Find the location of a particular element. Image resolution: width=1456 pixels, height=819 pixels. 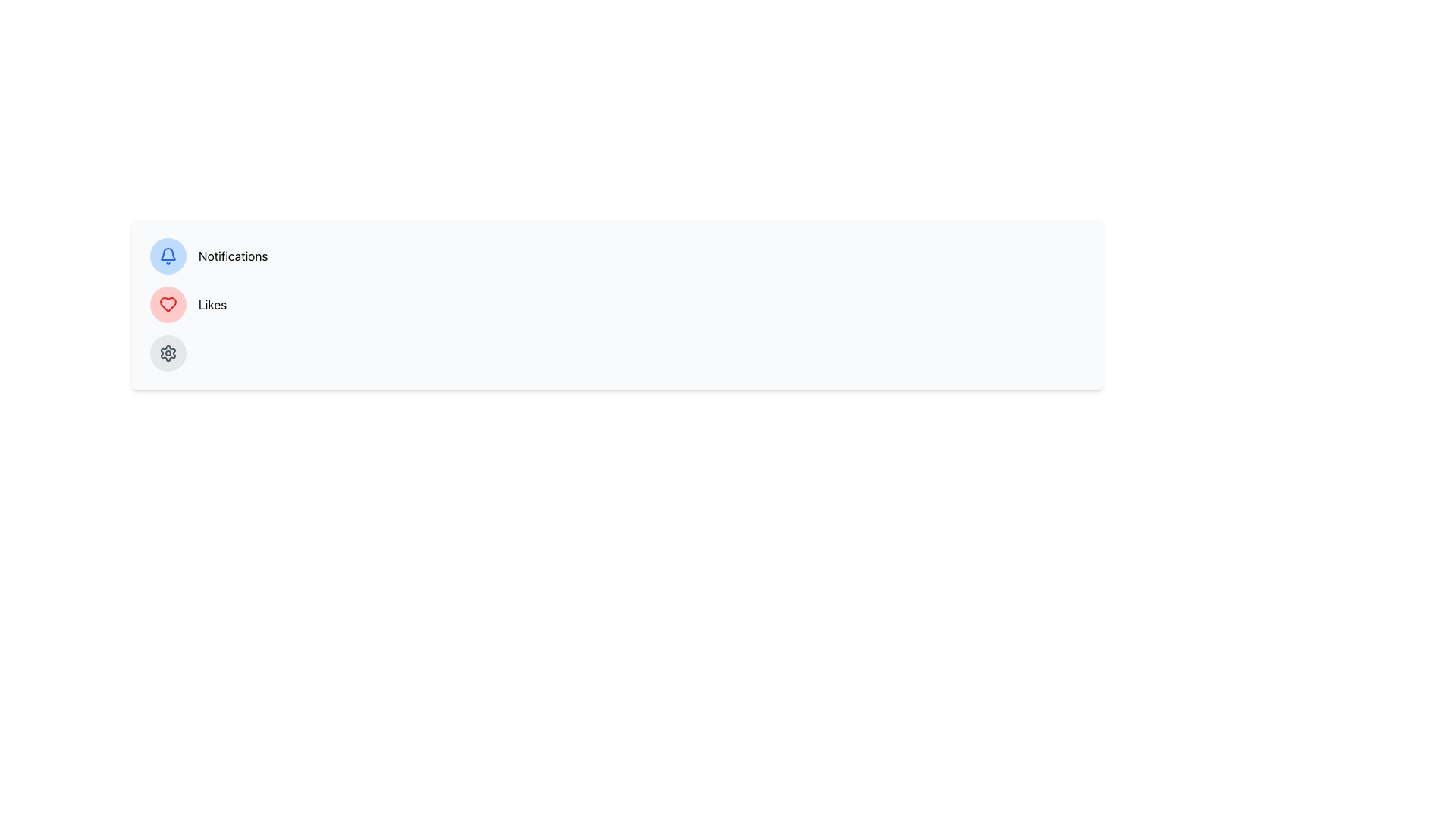

the Settings icon, which is the third item in the vertical list on the left side of the interface, located beneath the Likes and Notifications icons is located at coordinates (168, 353).